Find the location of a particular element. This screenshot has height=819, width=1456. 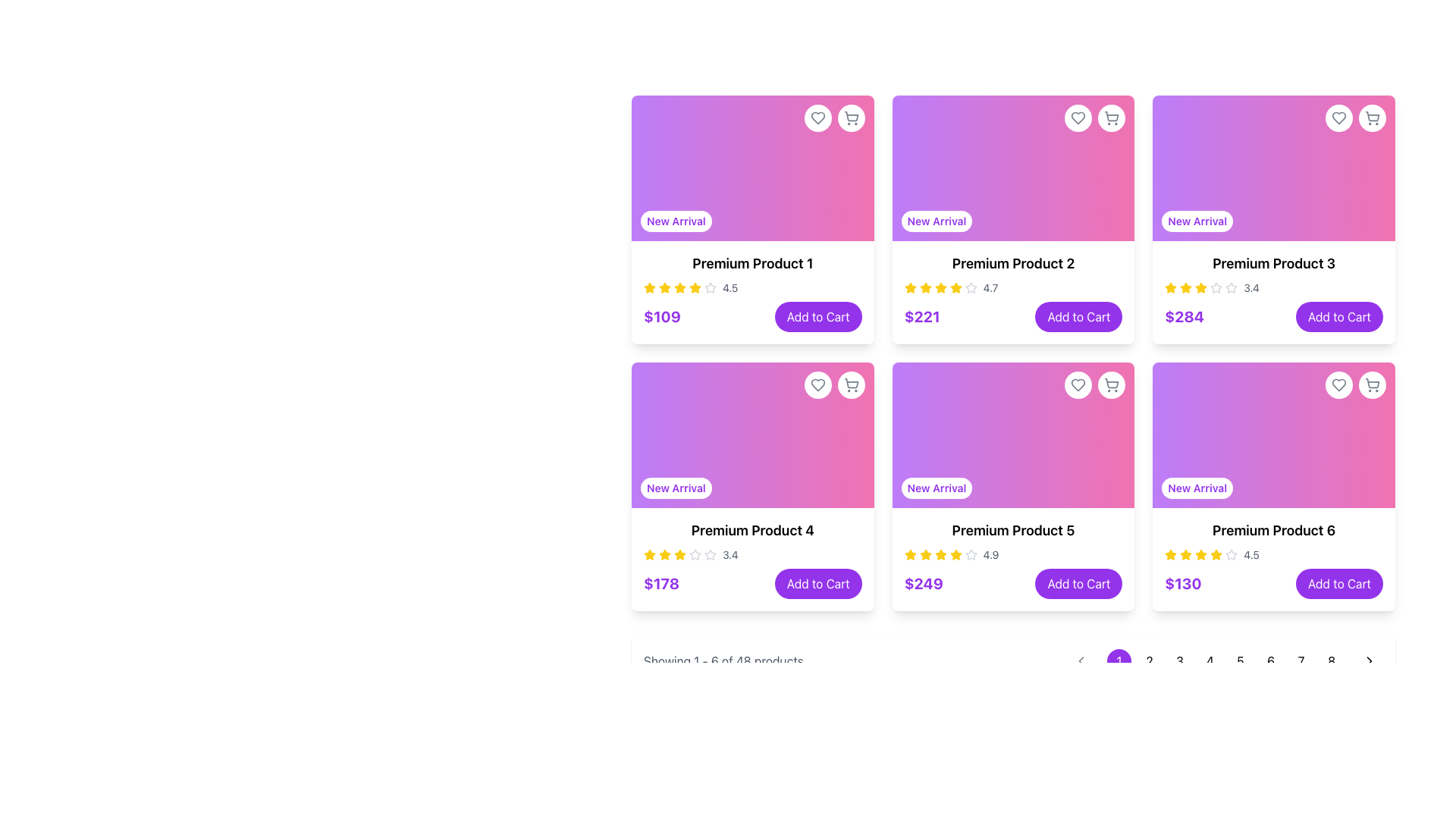

the circular button with a white background and heart icon located in the top-right corner of the card for 'Premium Product 4' is located at coordinates (817, 384).